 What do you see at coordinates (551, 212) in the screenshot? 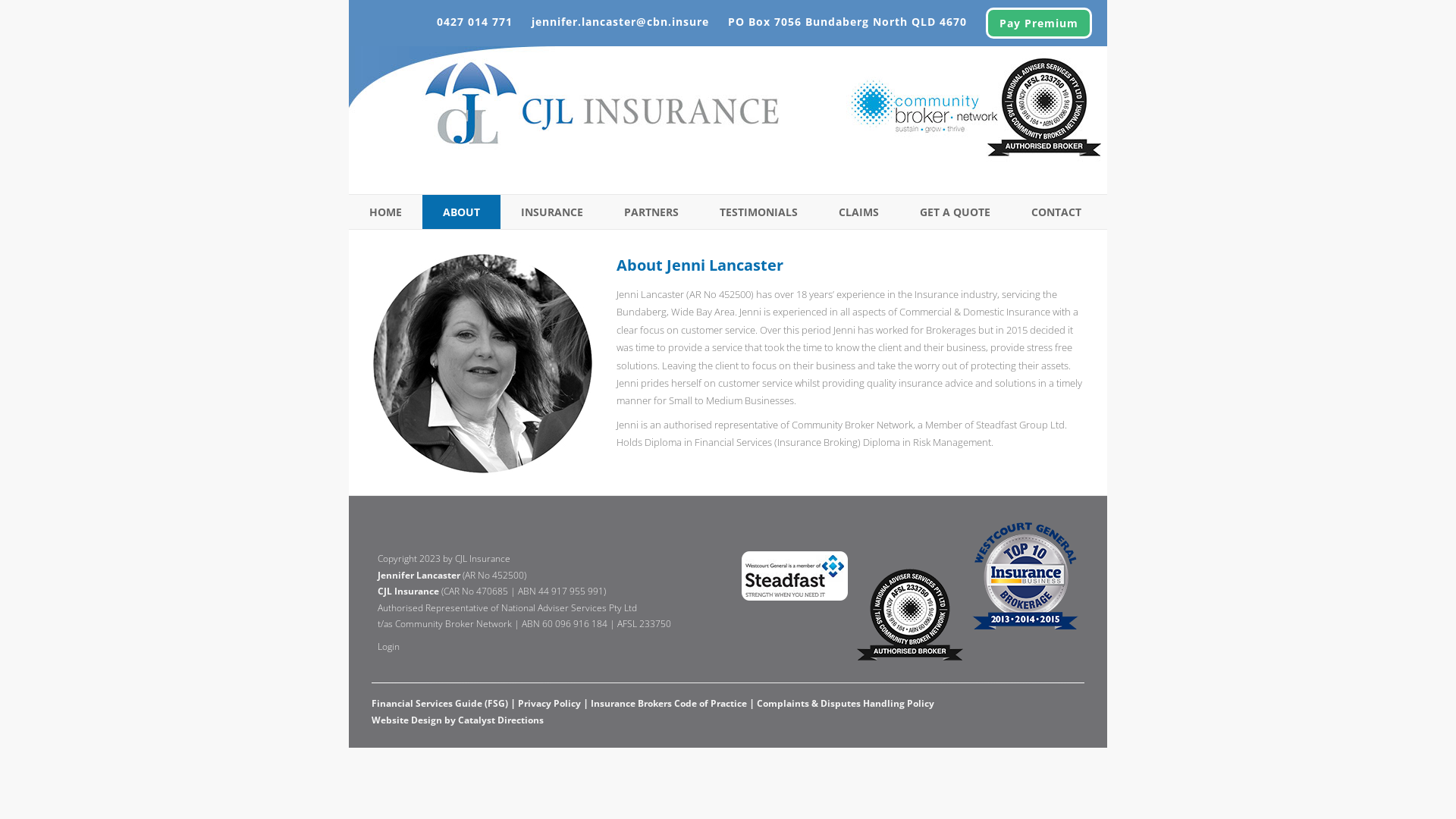
I see `'INSURANCE'` at bounding box center [551, 212].